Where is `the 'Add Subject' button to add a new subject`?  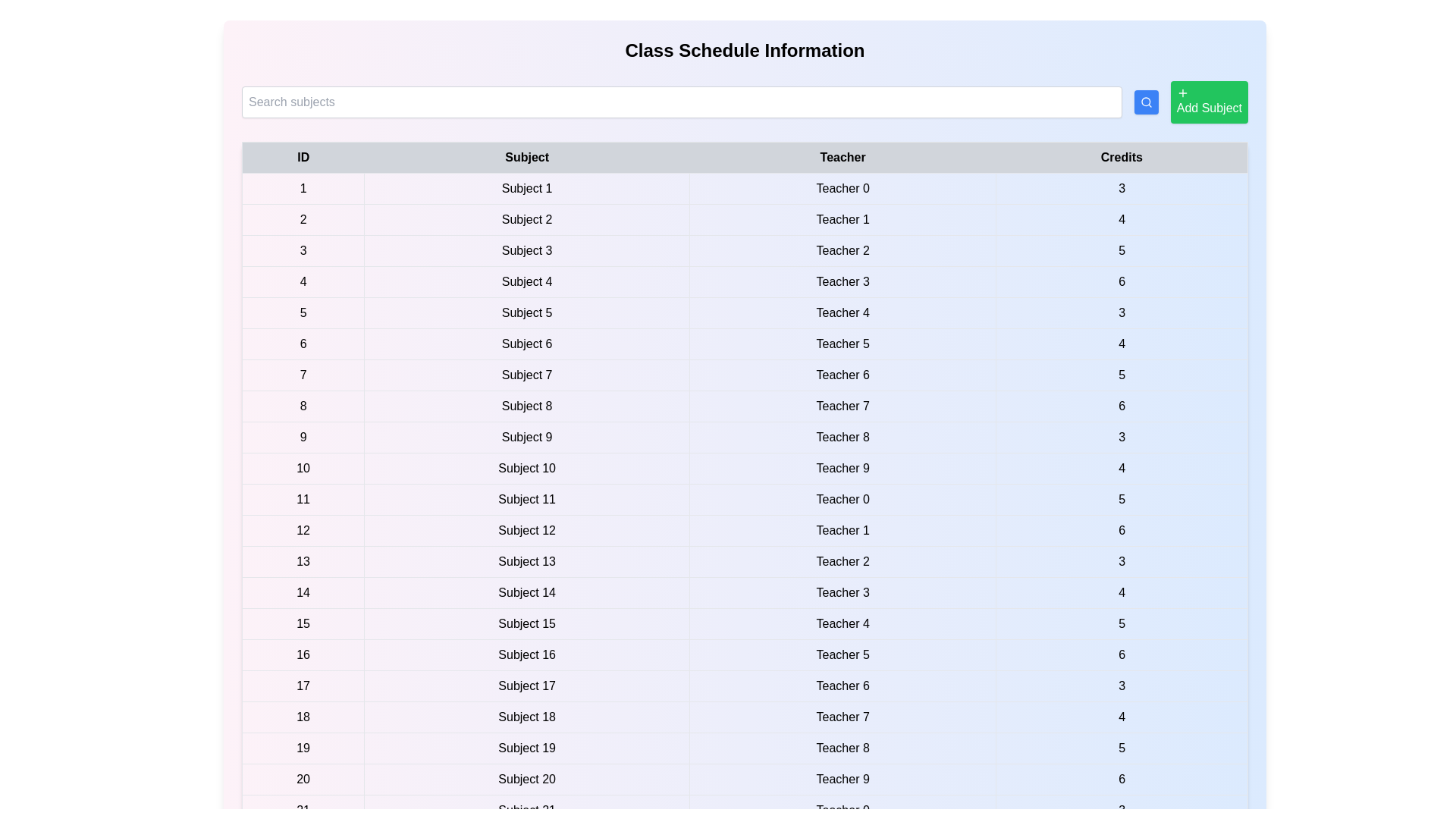 the 'Add Subject' button to add a new subject is located at coordinates (1207, 102).